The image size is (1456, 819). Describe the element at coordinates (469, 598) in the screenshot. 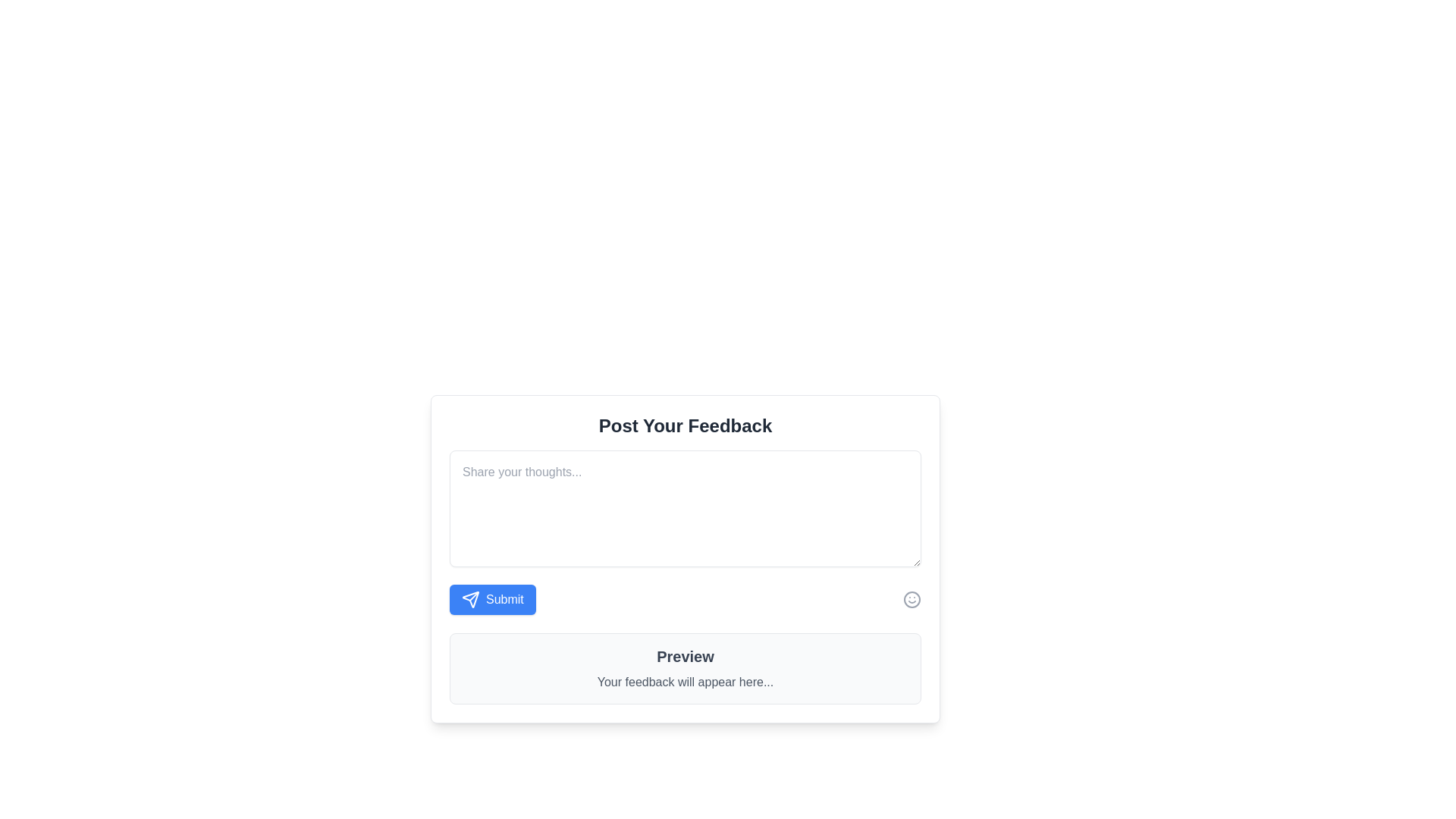

I see `SVG icon that indicates the action of submitting the form, located inside the 'Submit' button` at that location.